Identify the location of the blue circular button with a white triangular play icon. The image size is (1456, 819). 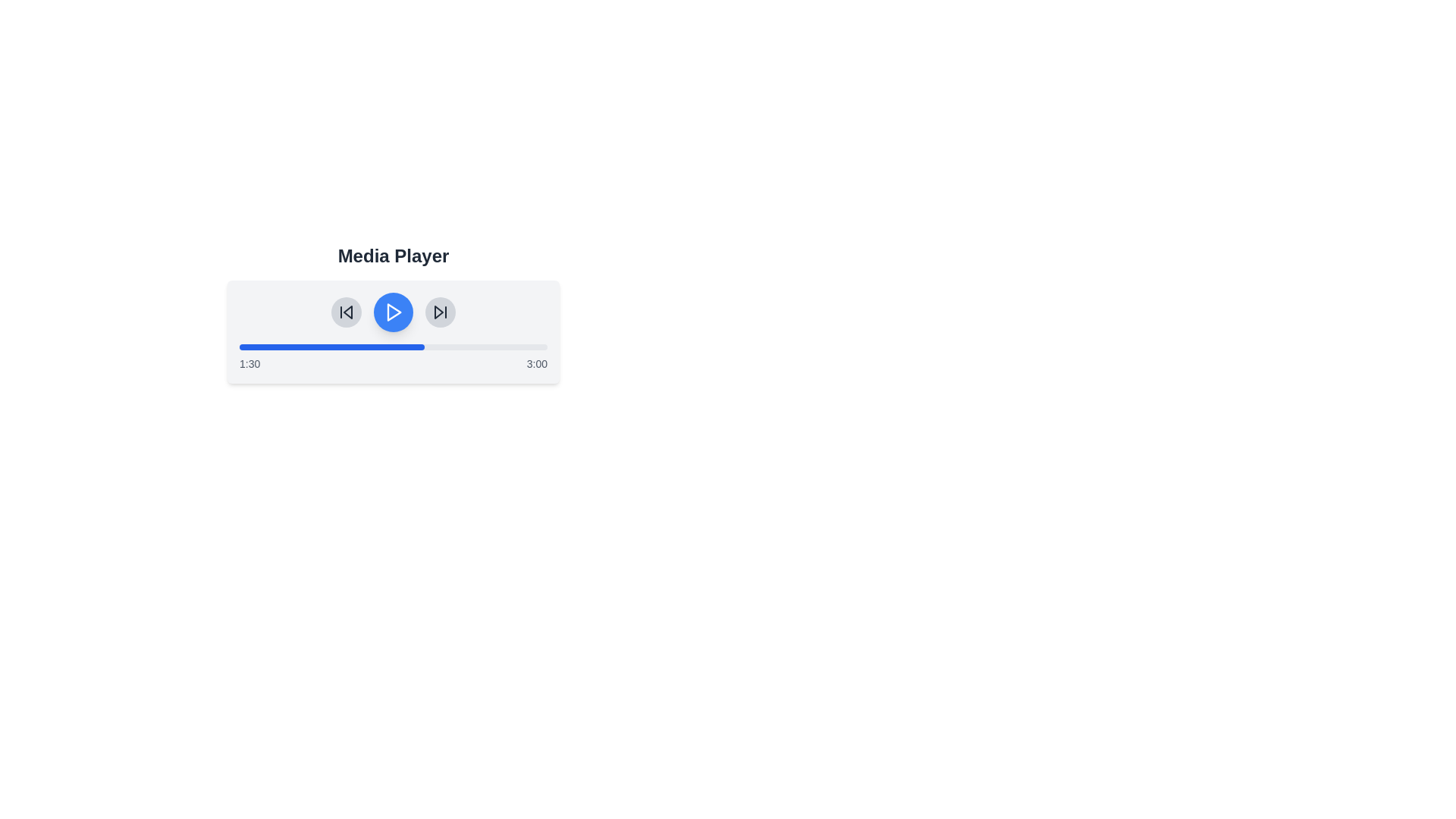
(393, 312).